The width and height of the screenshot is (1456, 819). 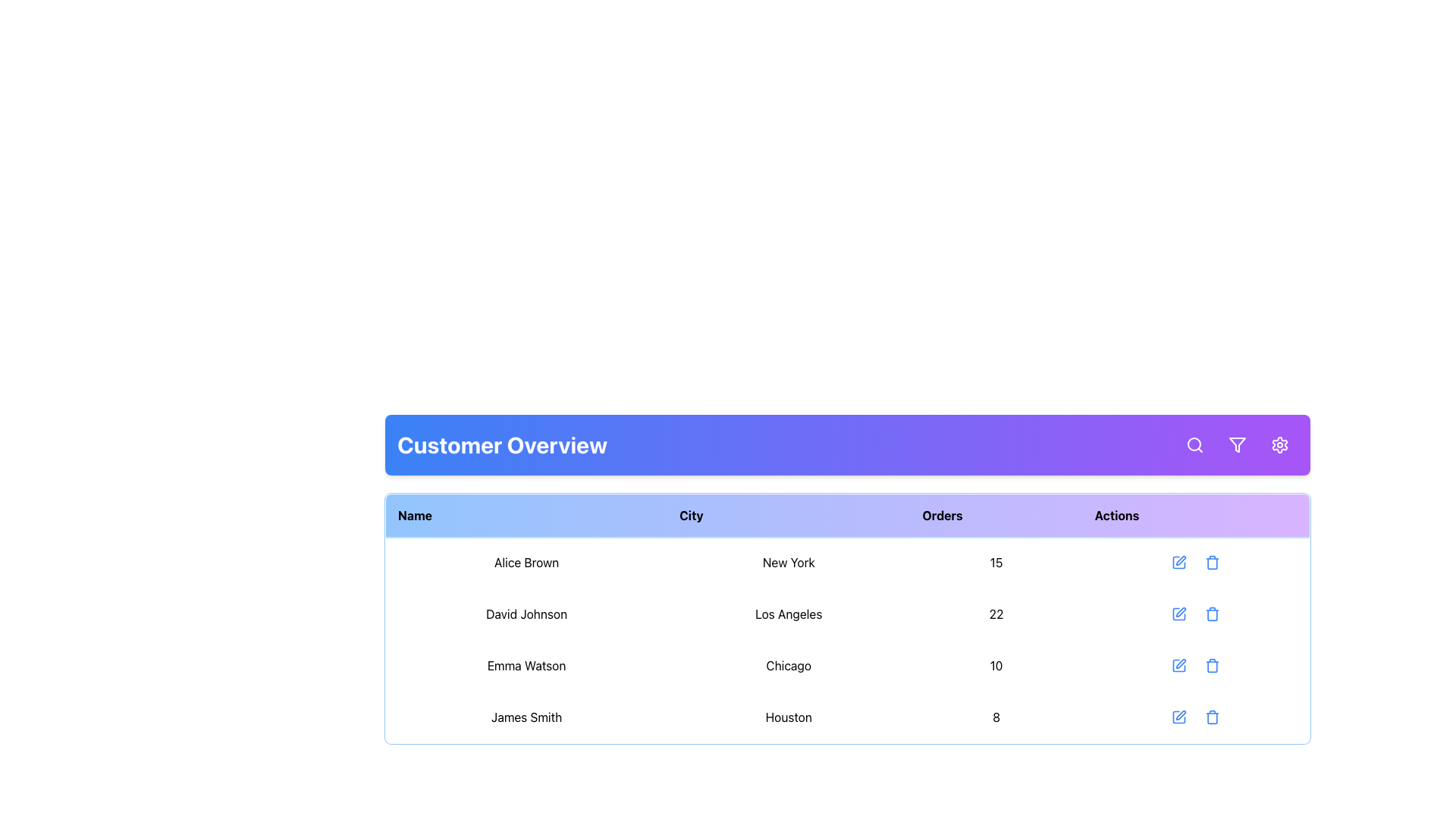 What do you see at coordinates (1178, 614) in the screenshot?
I see `the vector graphic icon resembling a square with rounded edges located in the 'Actions' column of the second row in the 'Customer Overview' table` at bounding box center [1178, 614].